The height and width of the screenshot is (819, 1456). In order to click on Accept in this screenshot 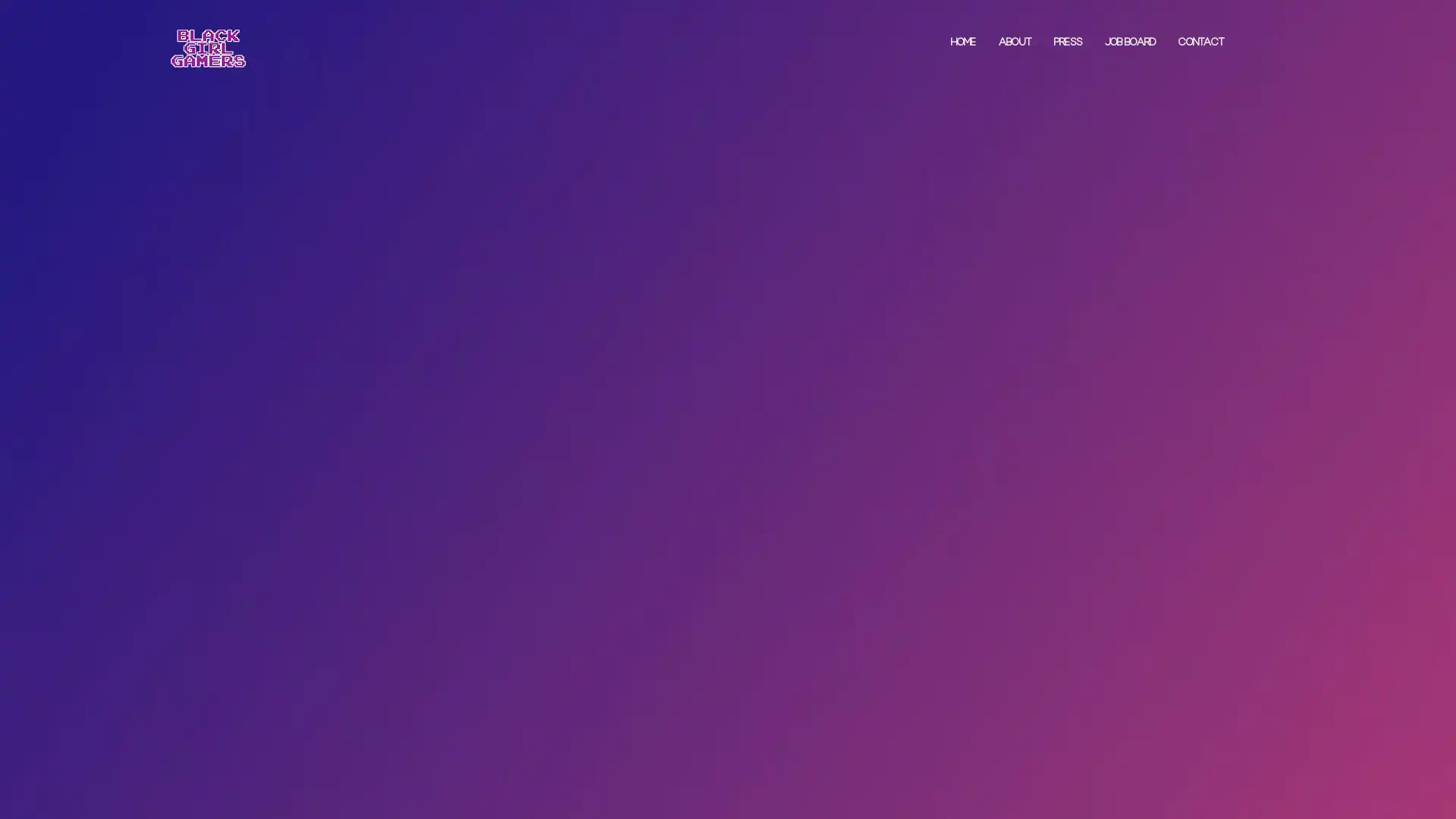, I will do `click(1391, 794)`.